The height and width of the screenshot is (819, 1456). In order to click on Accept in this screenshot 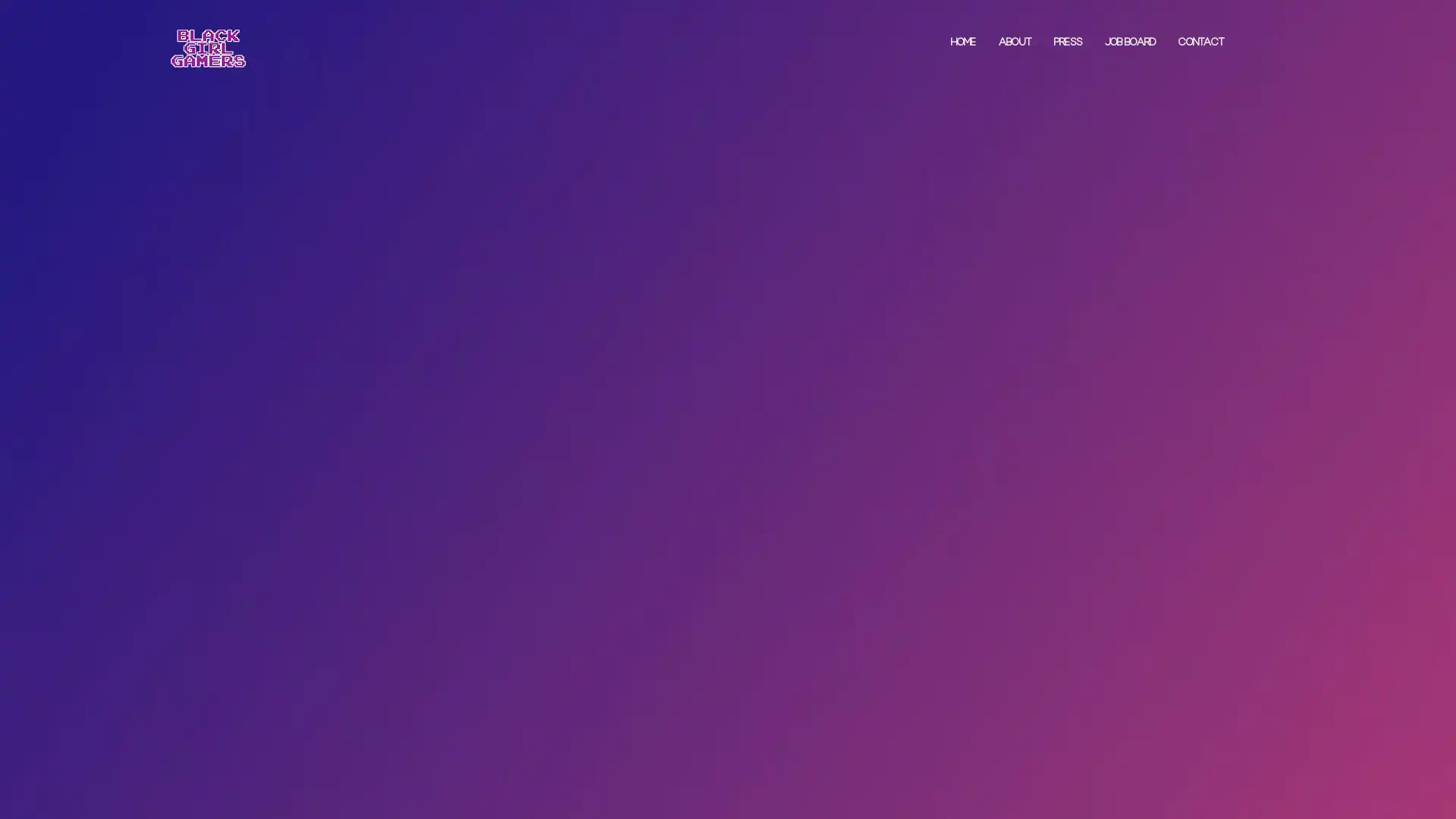, I will do `click(1391, 794)`.